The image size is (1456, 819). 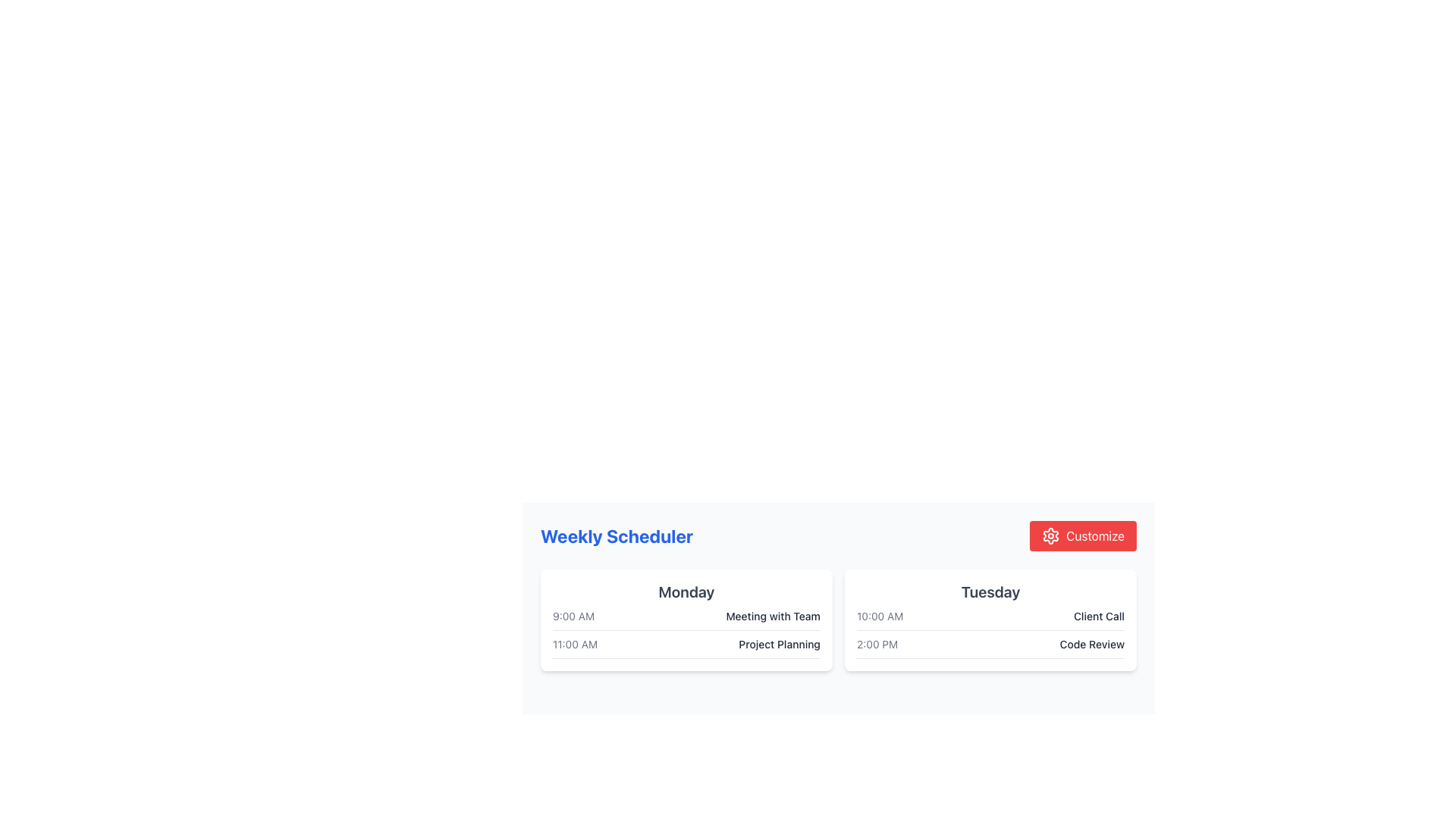 I want to click on the scheduled event titled 'Project Planning' set for 11:00 AM, which is the second entry under Monday in the weekly schedule, so click(x=686, y=645).